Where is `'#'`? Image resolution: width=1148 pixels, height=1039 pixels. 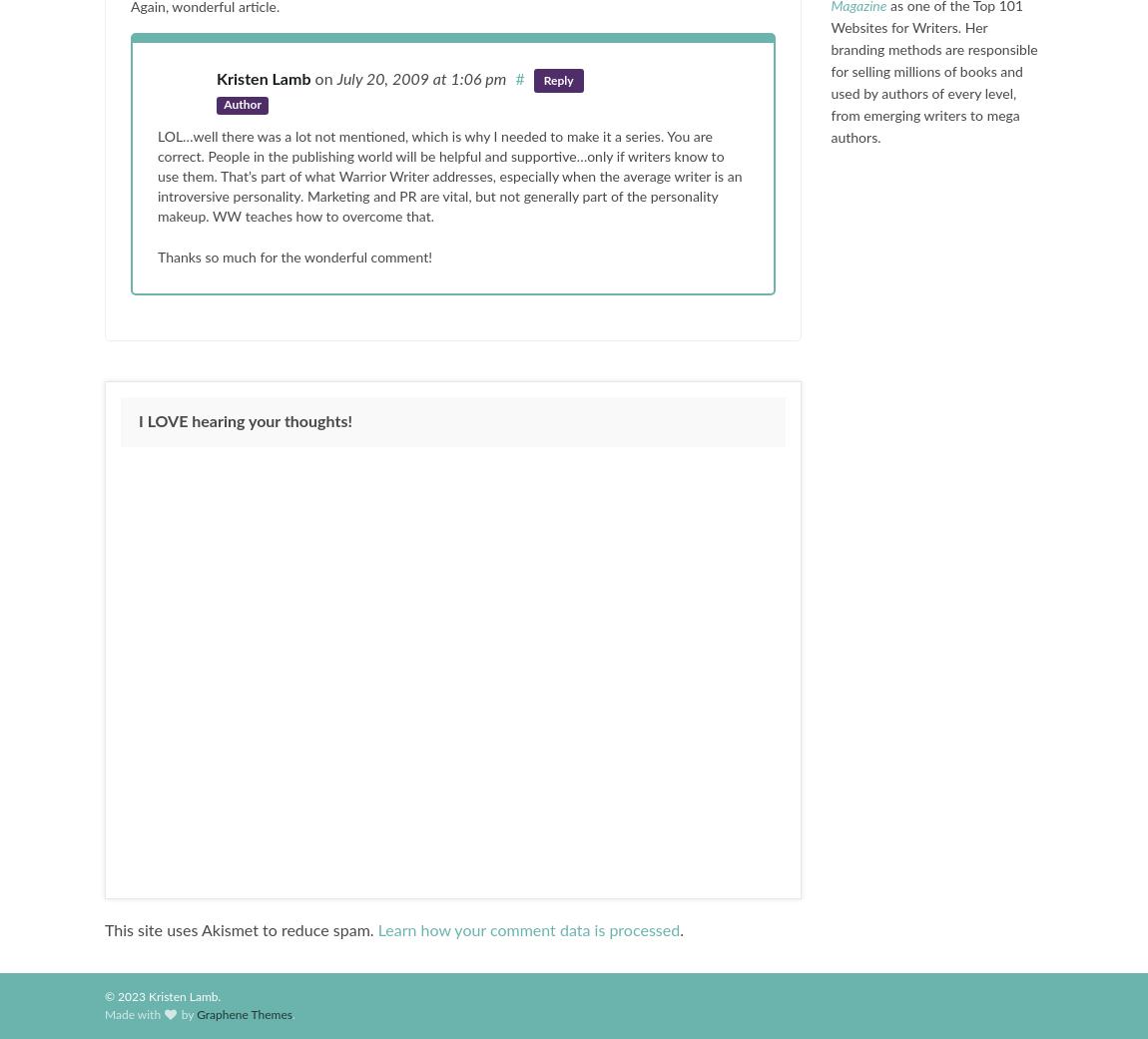
'#' is located at coordinates (519, 78).